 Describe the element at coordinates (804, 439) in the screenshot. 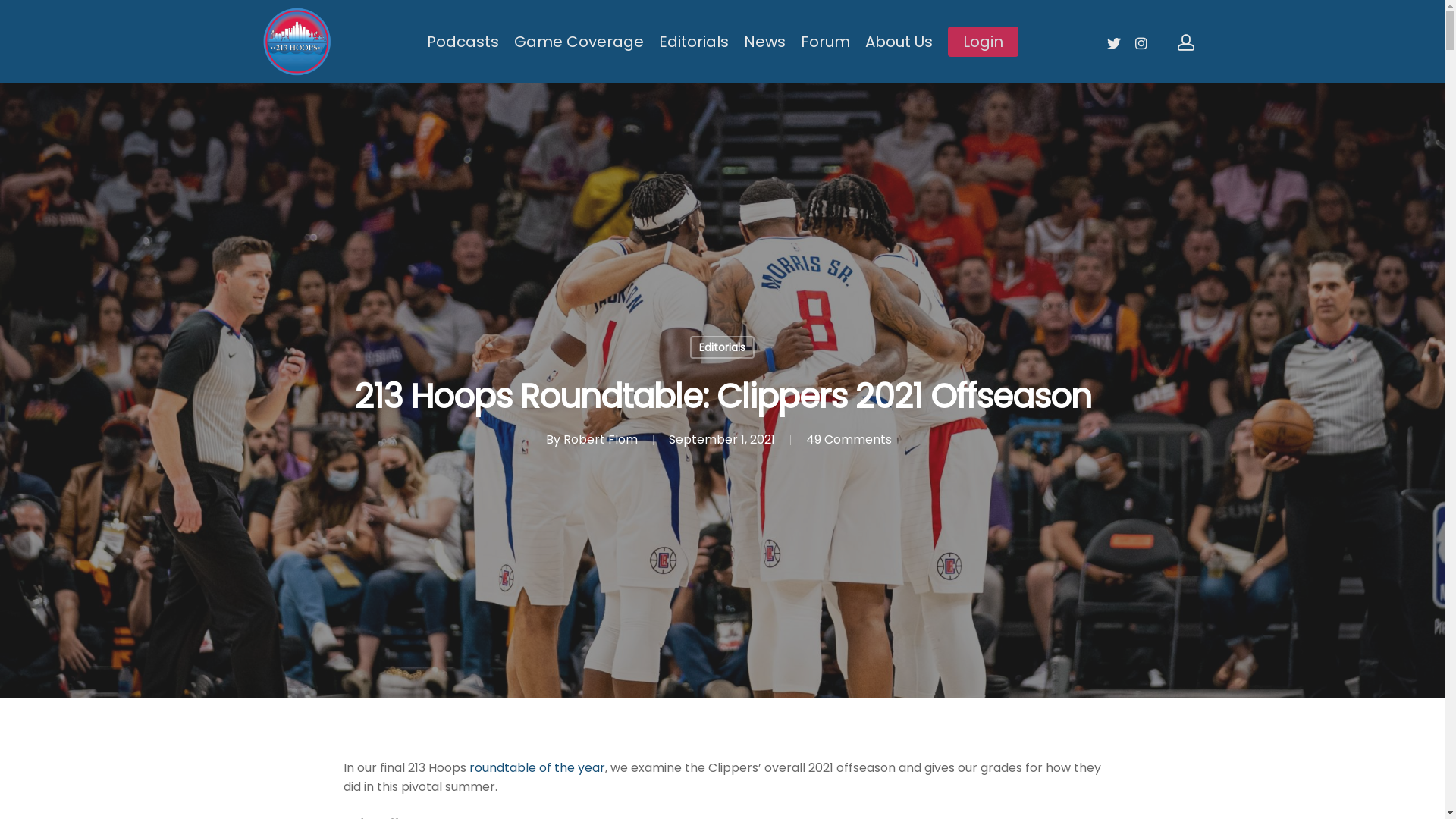

I see `'49 Comments'` at that location.